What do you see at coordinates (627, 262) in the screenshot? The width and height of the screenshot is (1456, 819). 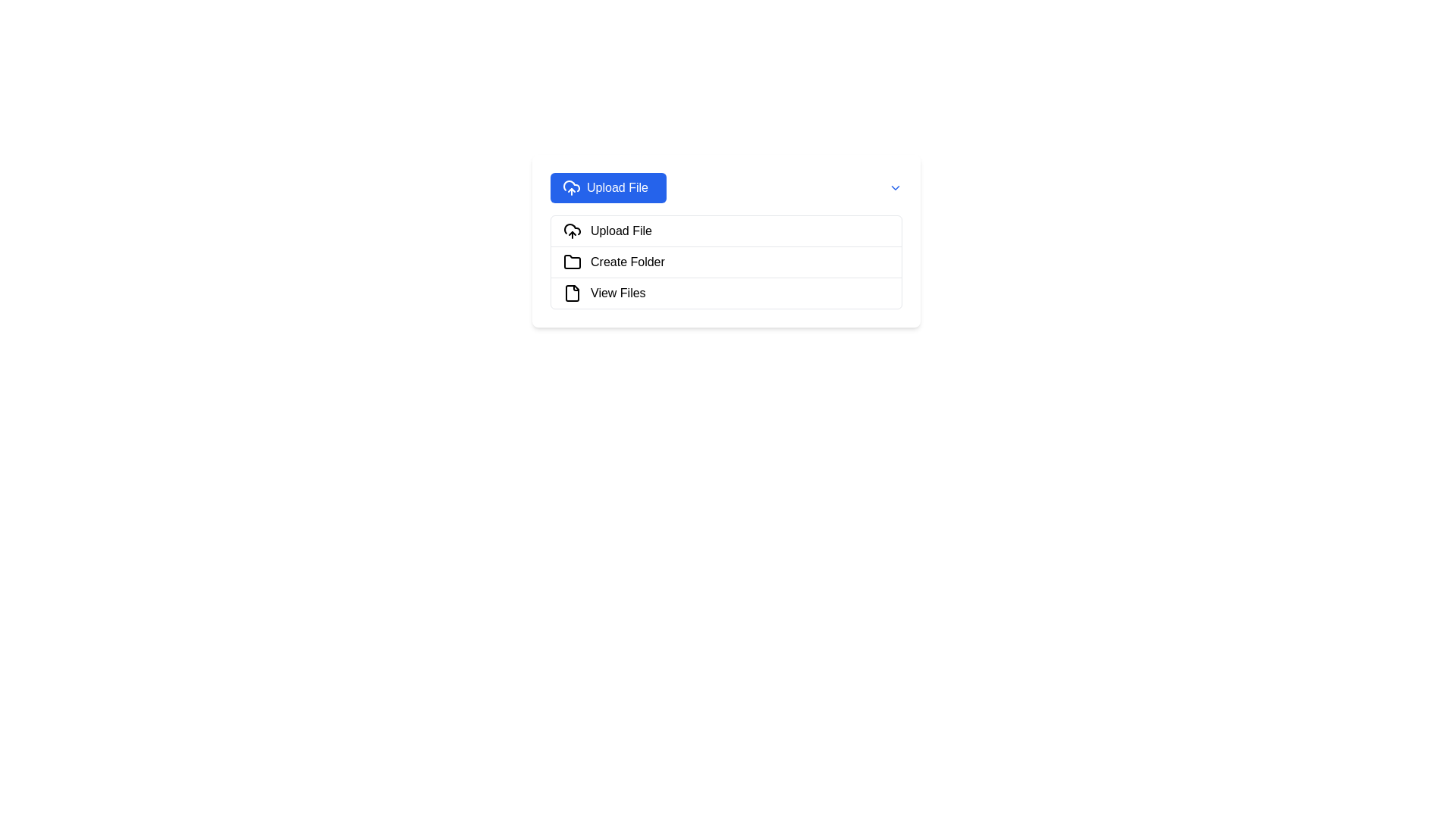 I see `the text label indicating 'Create New Folder' in the dropdown menu` at bounding box center [627, 262].